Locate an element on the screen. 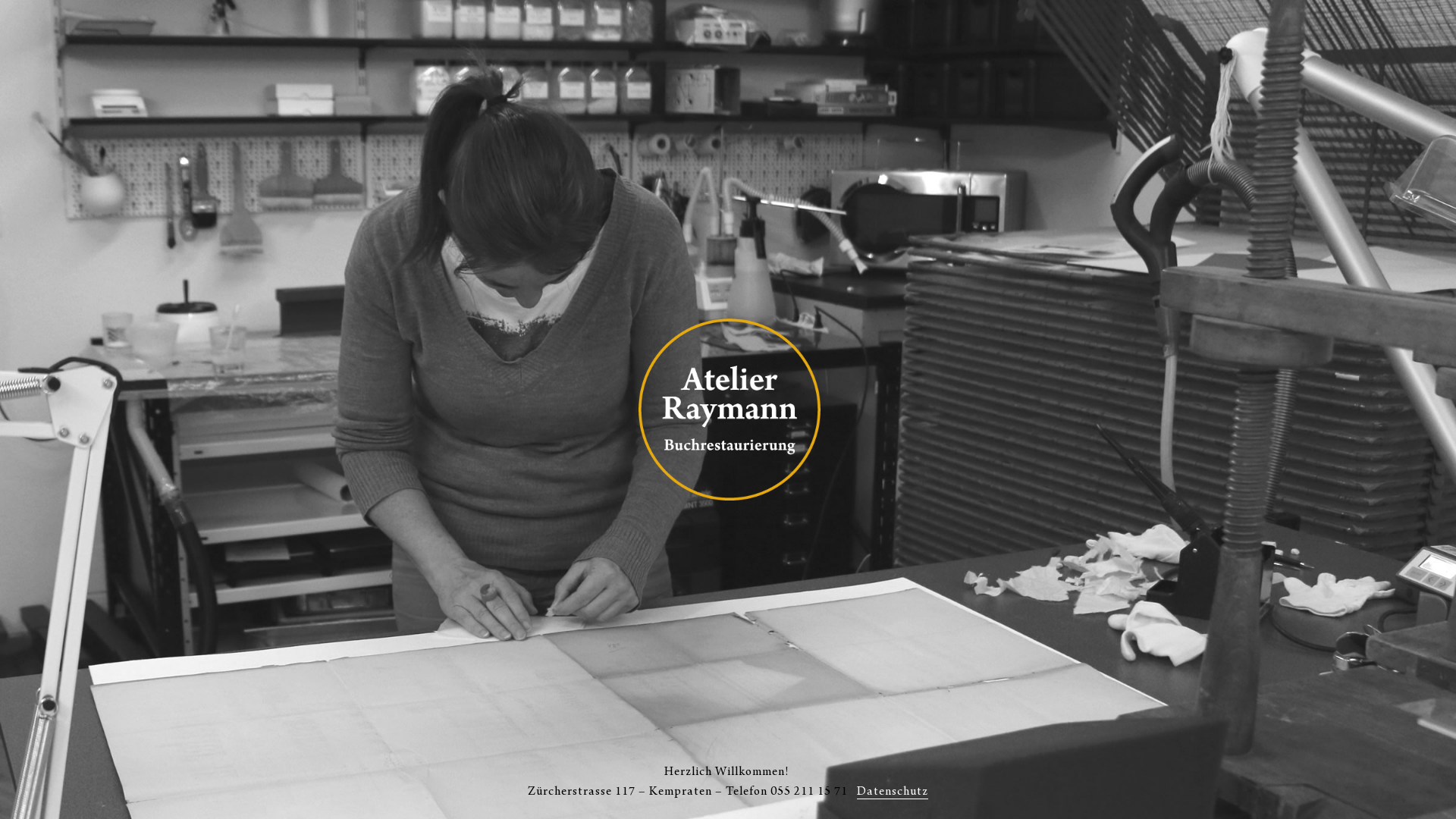  'Datenschutz' is located at coordinates (892, 792).